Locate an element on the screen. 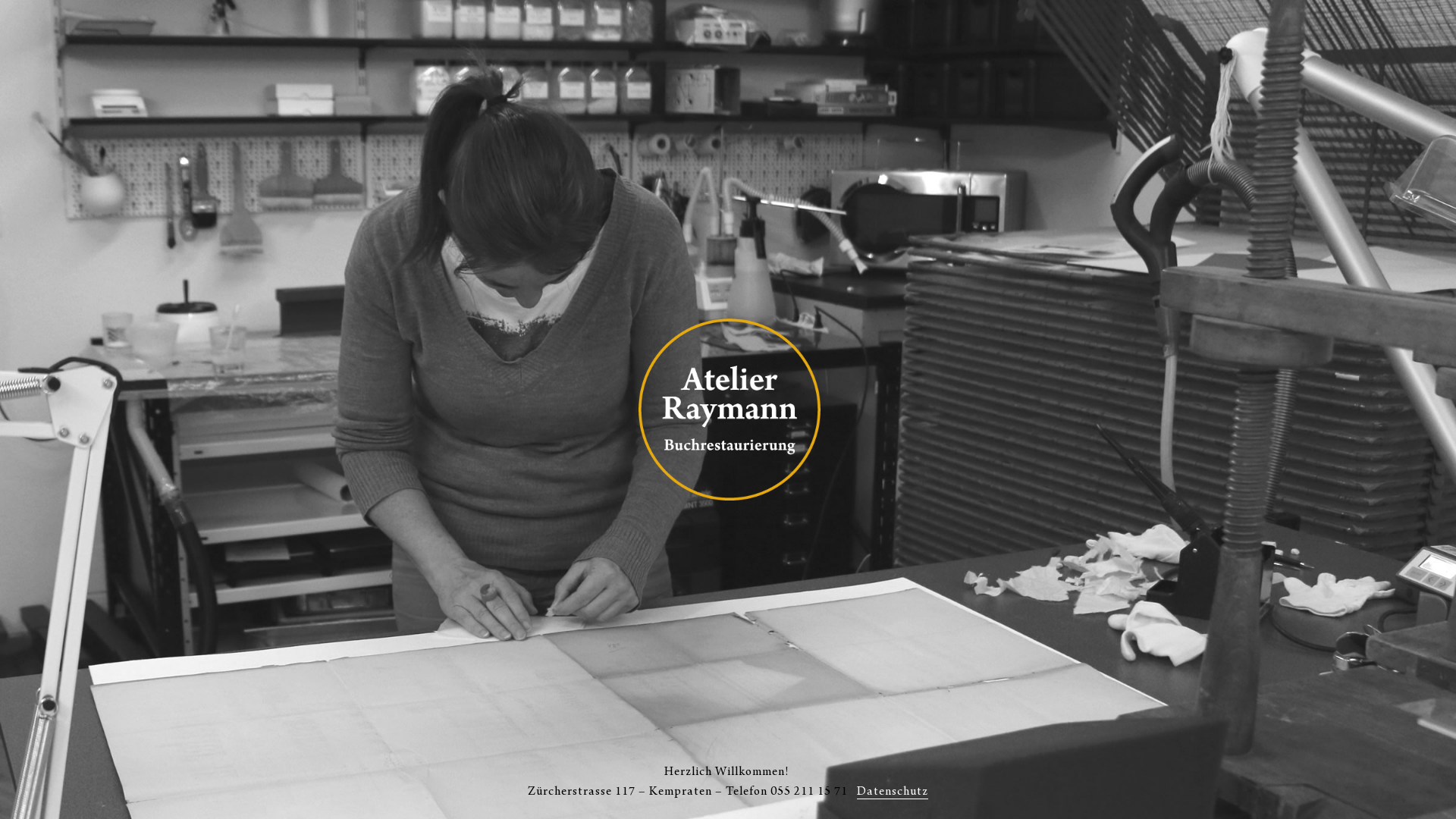  'Datenschutz' is located at coordinates (892, 792).